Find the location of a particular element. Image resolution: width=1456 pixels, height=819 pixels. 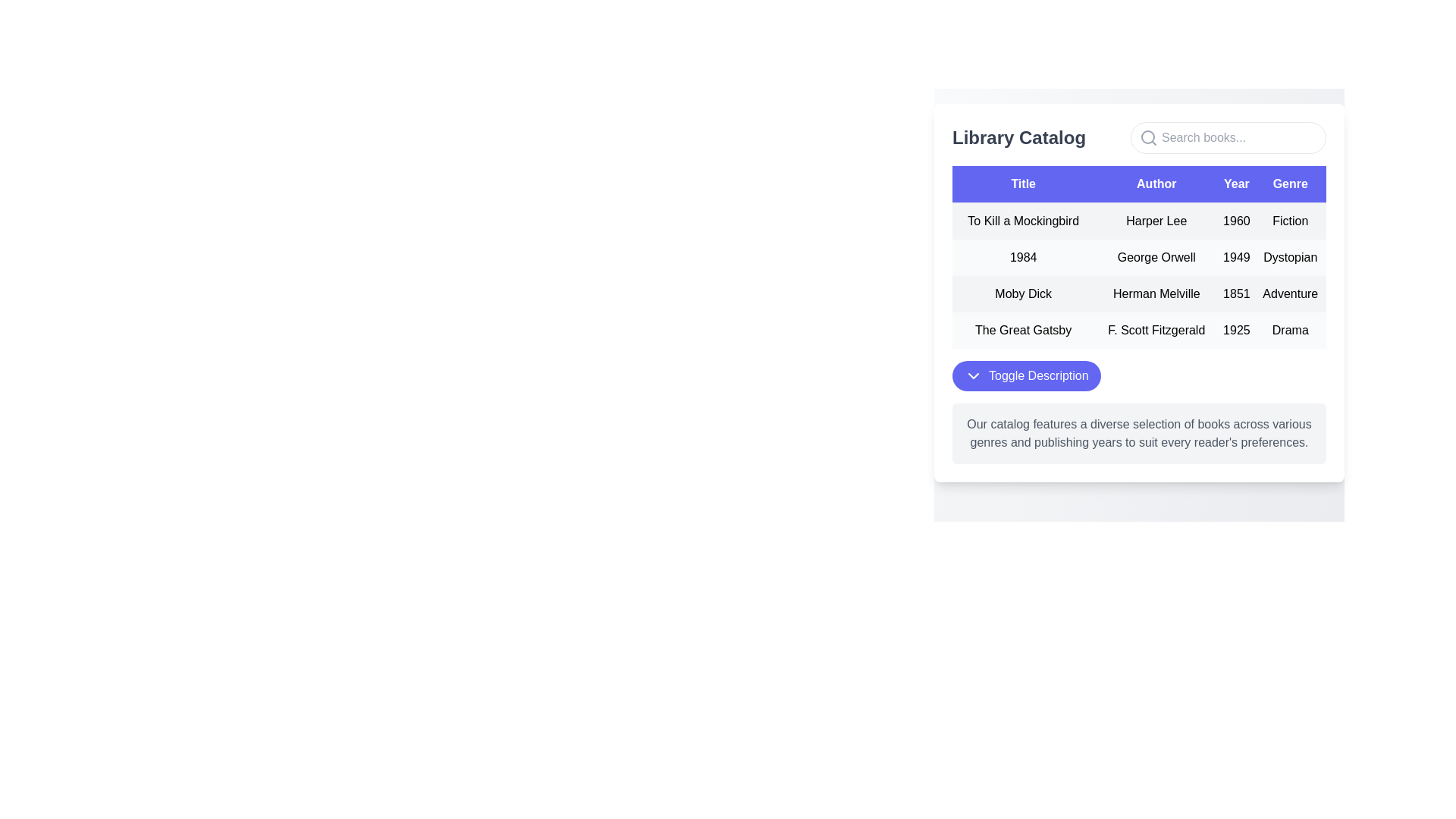

the 'Library Catalog' heading is located at coordinates (1019, 137).